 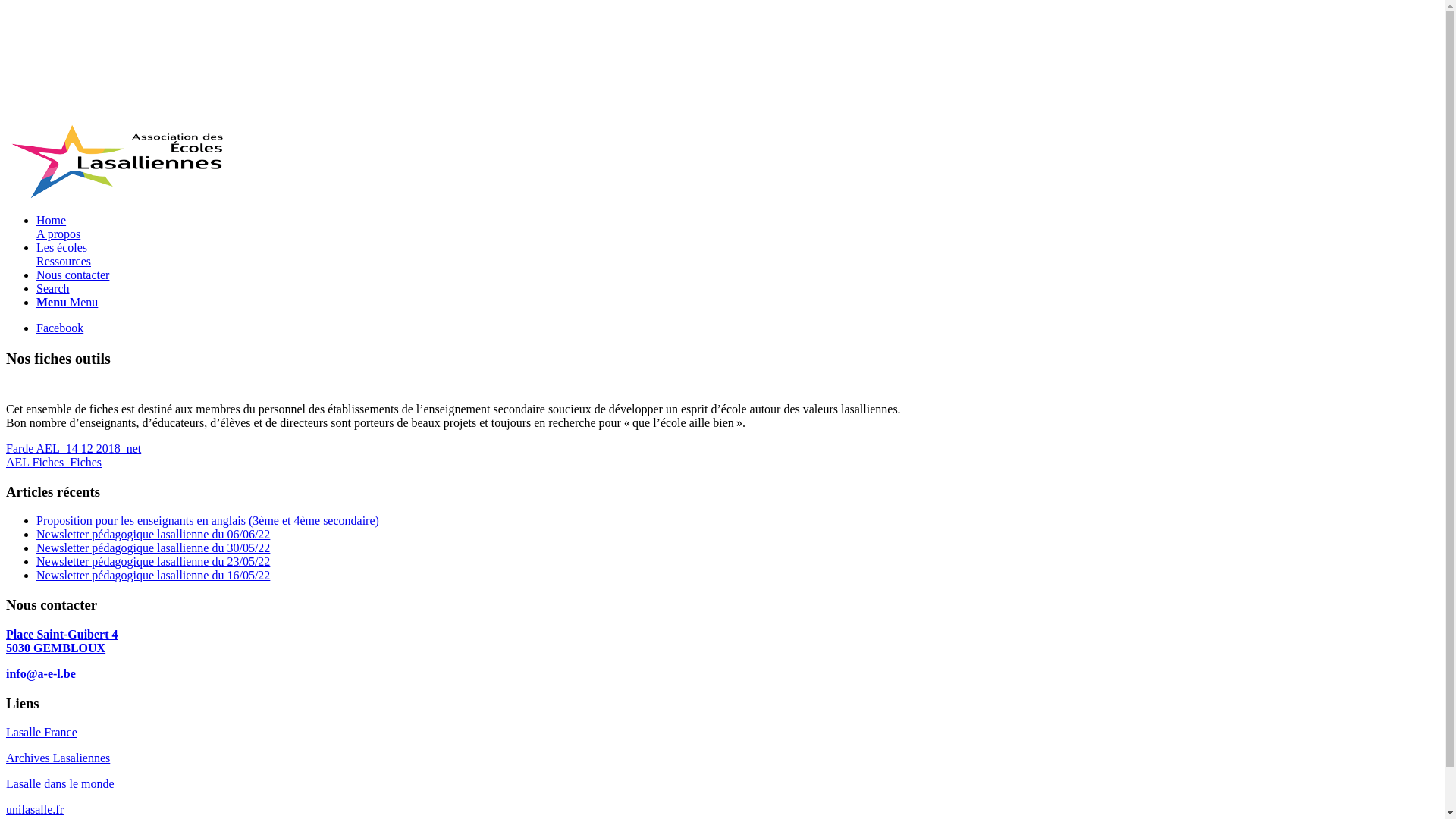 I want to click on 'Lasalle France', so click(x=41, y=731).